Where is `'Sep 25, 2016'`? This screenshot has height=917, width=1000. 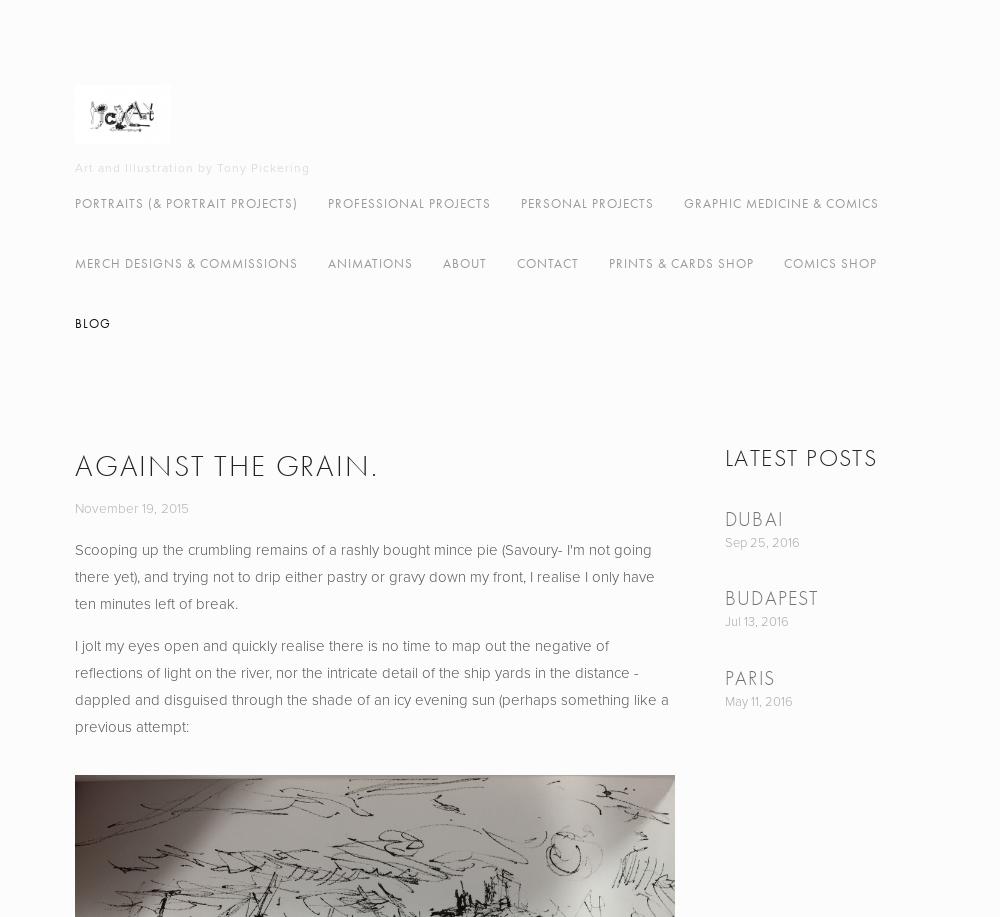 'Sep 25, 2016' is located at coordinates (762, 542).